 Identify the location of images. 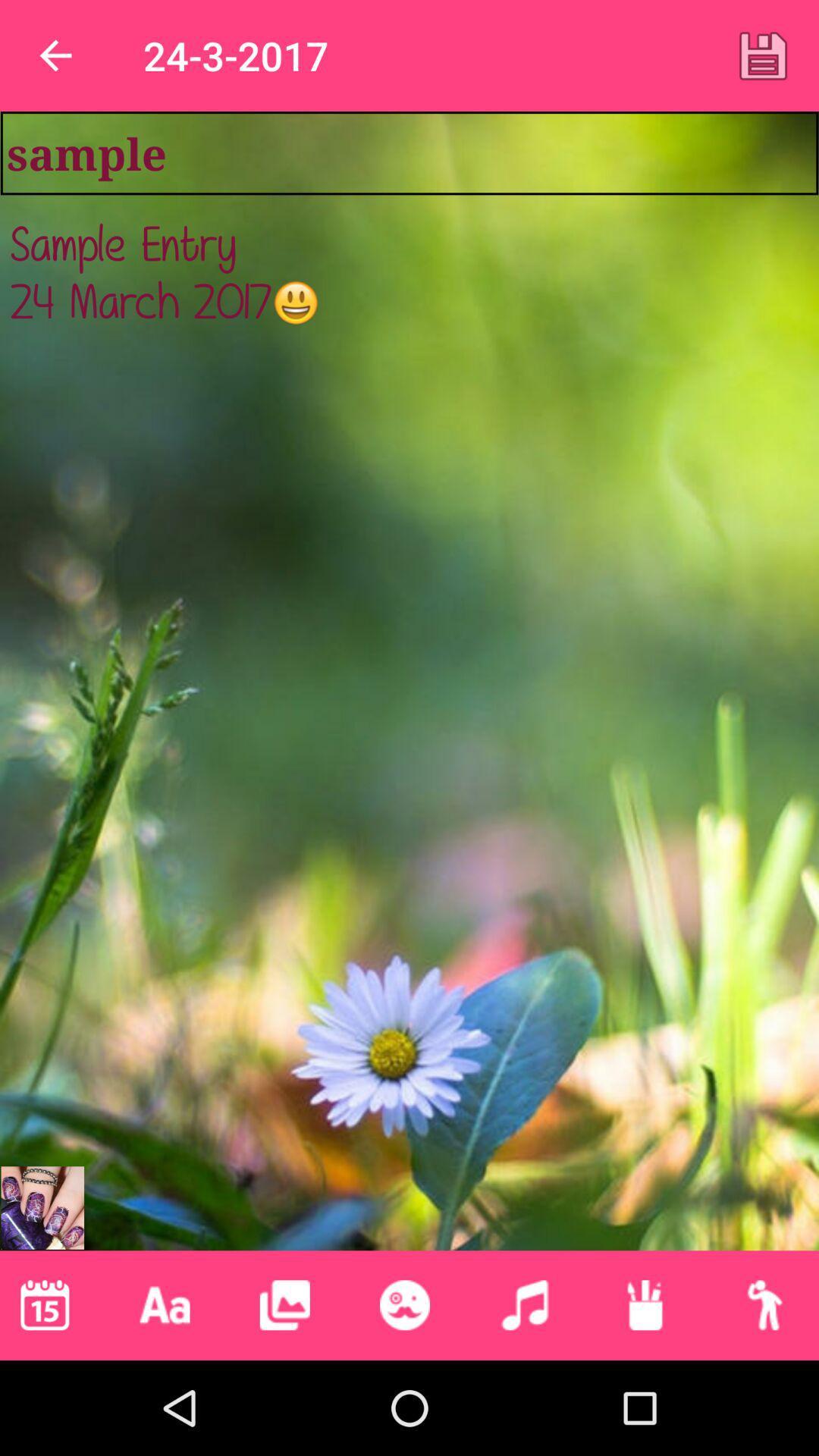
(284, 1304).